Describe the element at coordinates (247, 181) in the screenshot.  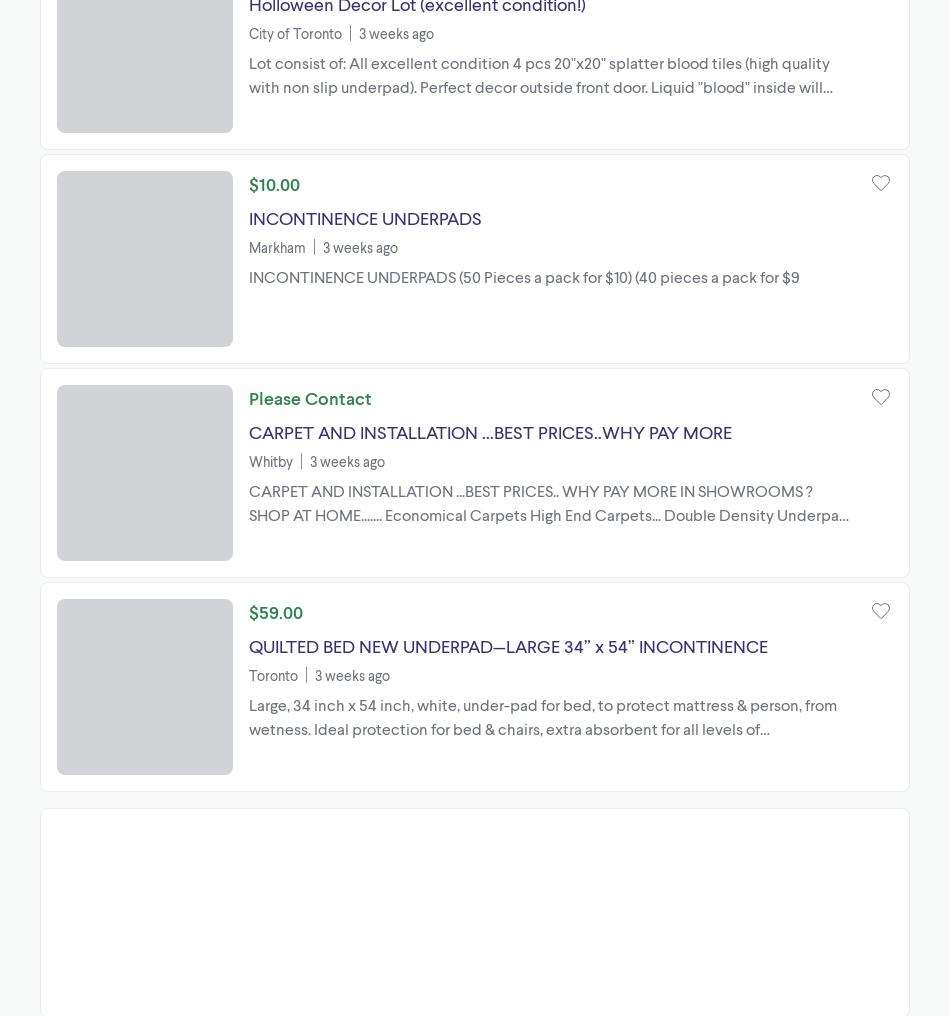
I see `'$10.00'` at that location.